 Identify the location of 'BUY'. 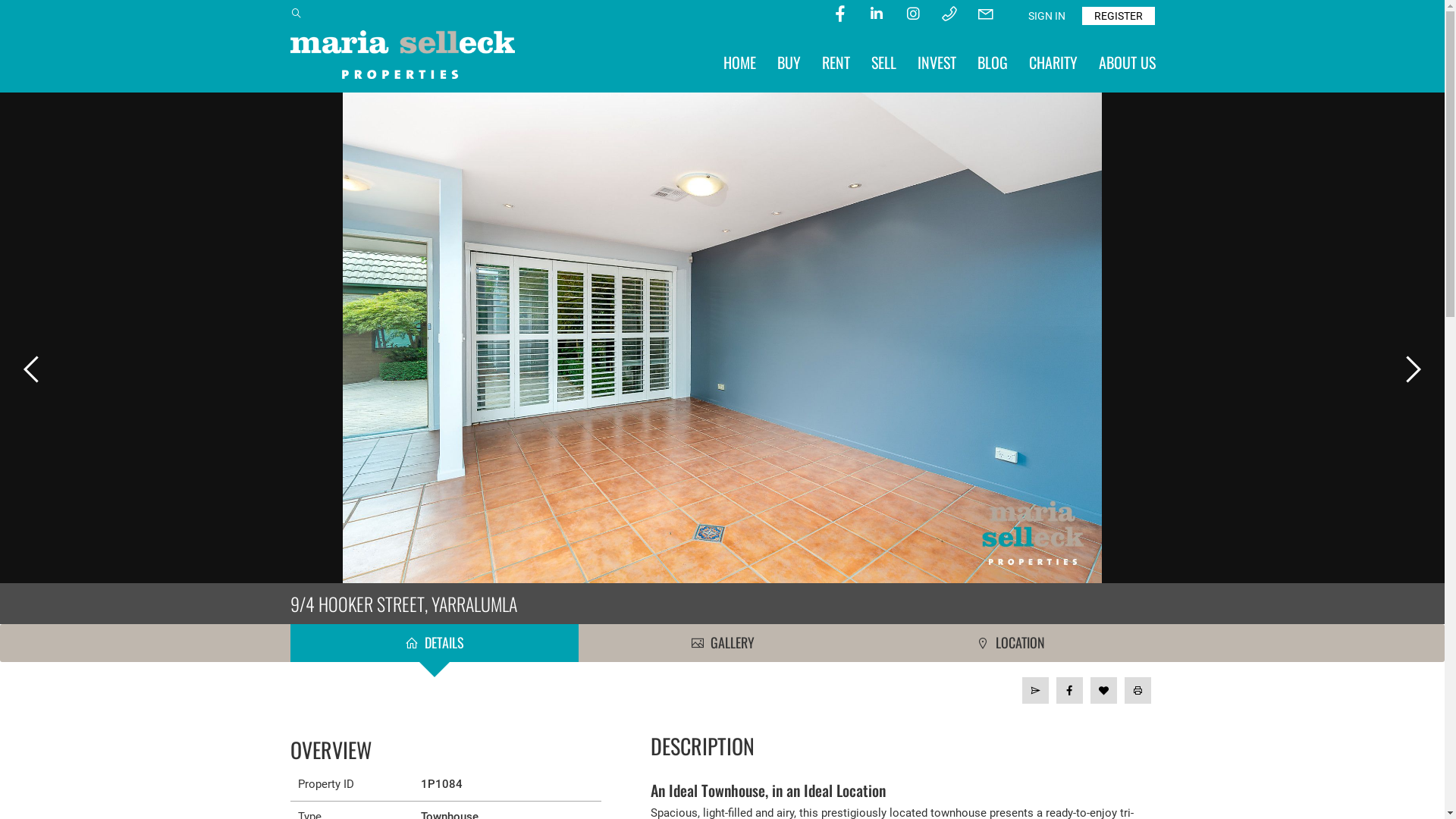
(788, 61).